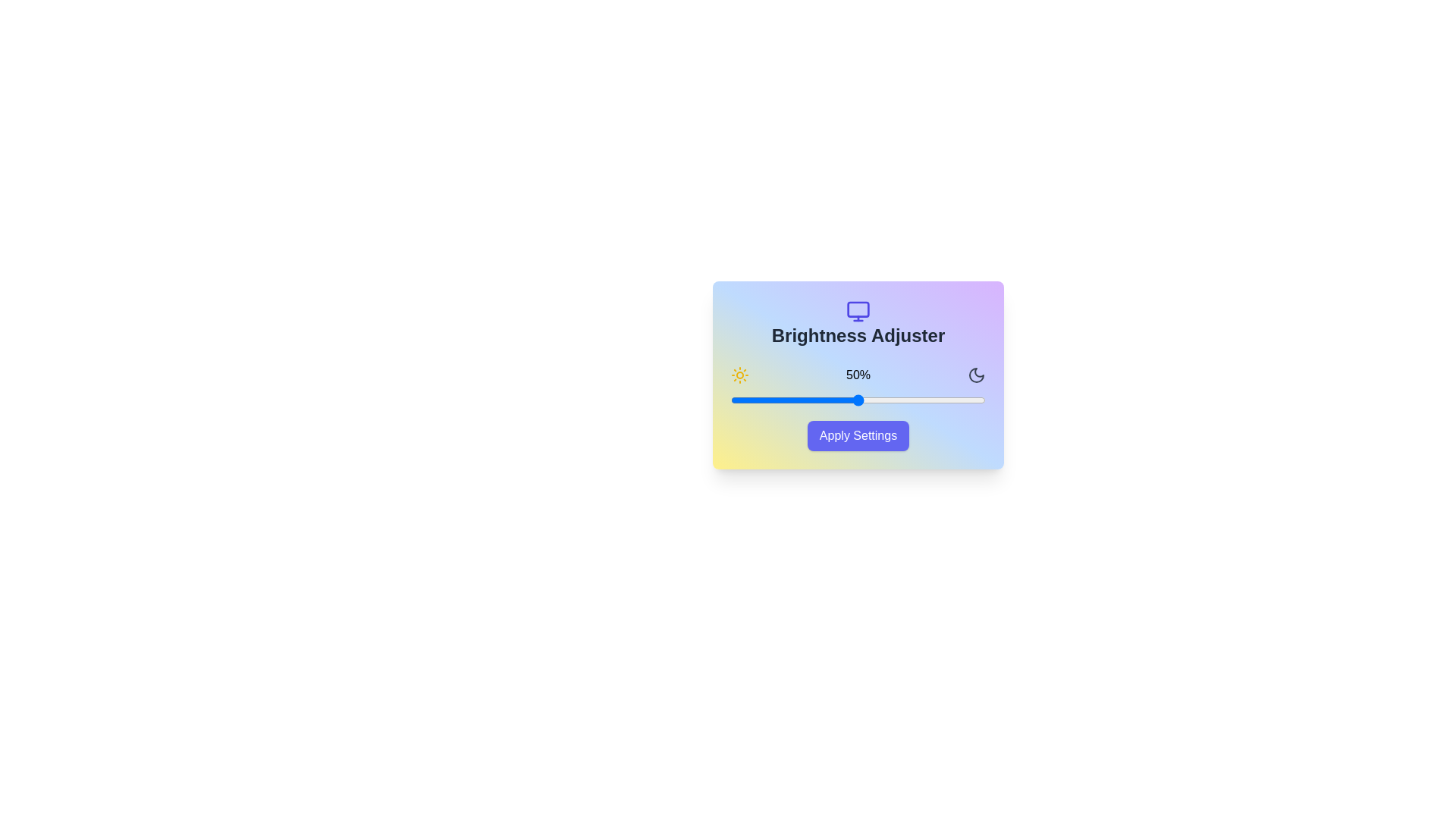 The image size is (1456, 819). What do you see at coordinates (952, 400) in the screenshot?
I see `the brightness slider to 87%` at bounding box center [952, 400].